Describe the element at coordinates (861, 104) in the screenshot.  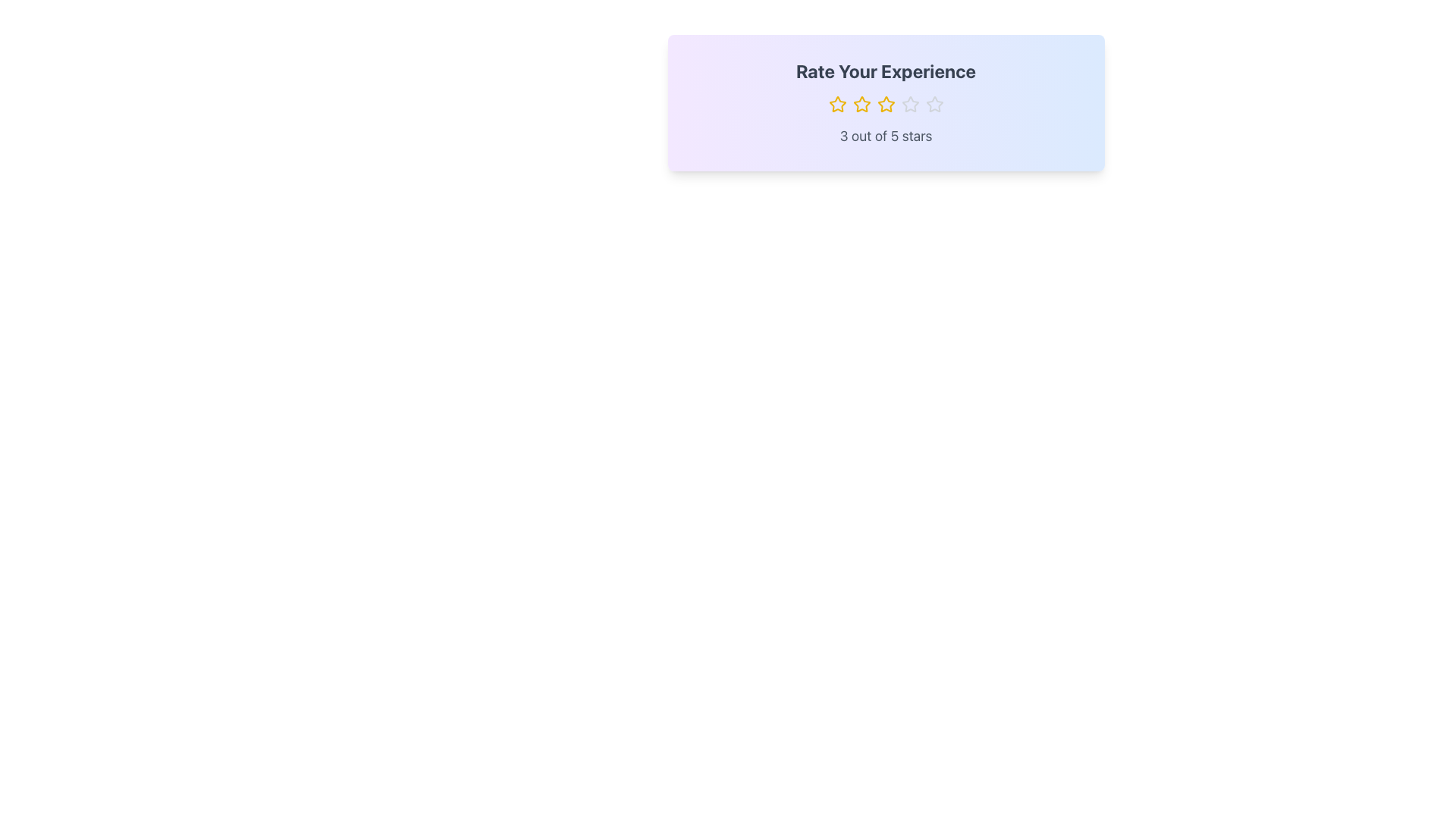
I see `the second star-shaped icon button, styled in yellow` at that location.